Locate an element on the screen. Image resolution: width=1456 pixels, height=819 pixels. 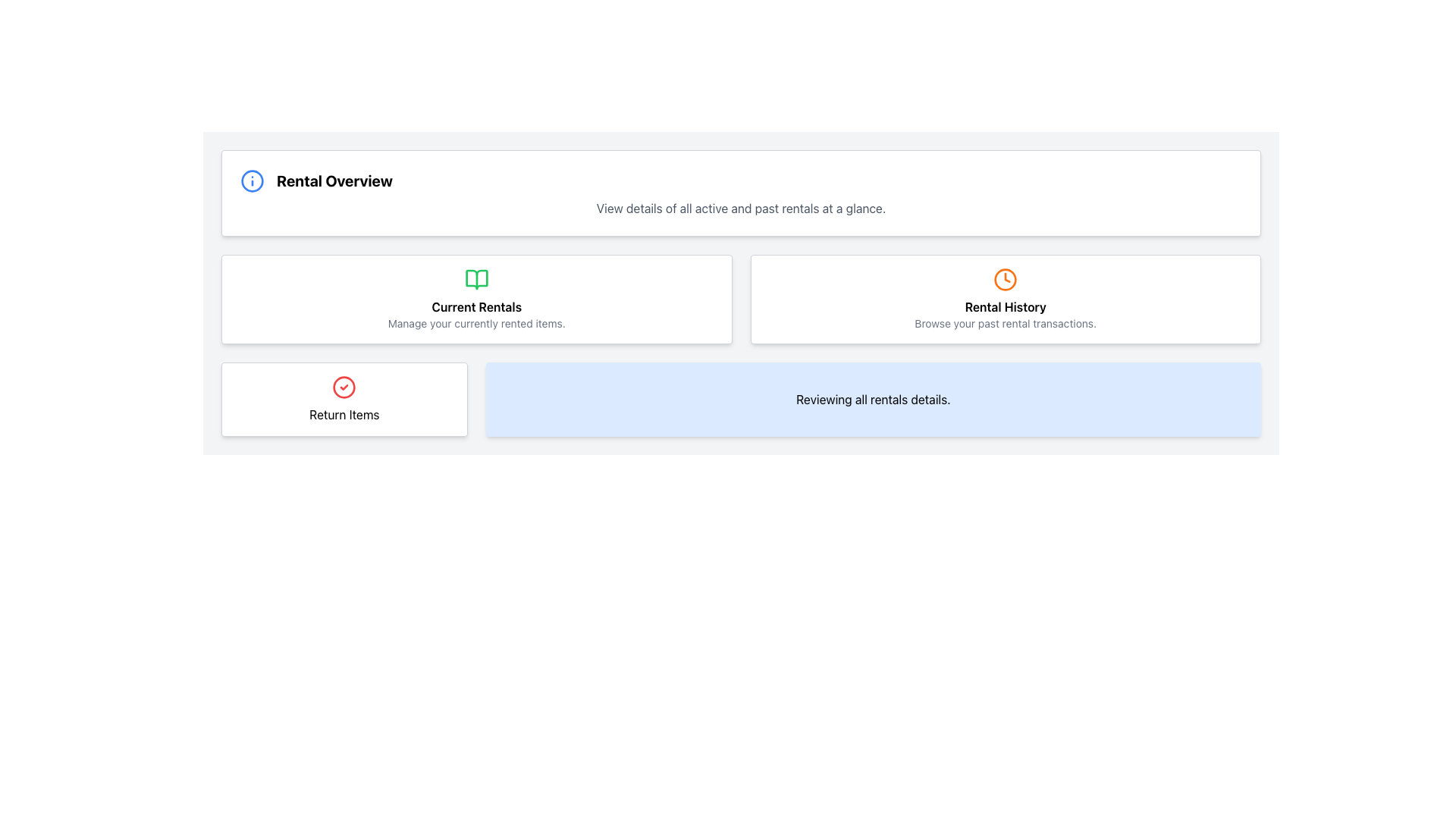
'Rental Overview' text label located to the right of the blue circular icon with an 'i', which serves as a section title for rental information is located at coordinates (334, 180).